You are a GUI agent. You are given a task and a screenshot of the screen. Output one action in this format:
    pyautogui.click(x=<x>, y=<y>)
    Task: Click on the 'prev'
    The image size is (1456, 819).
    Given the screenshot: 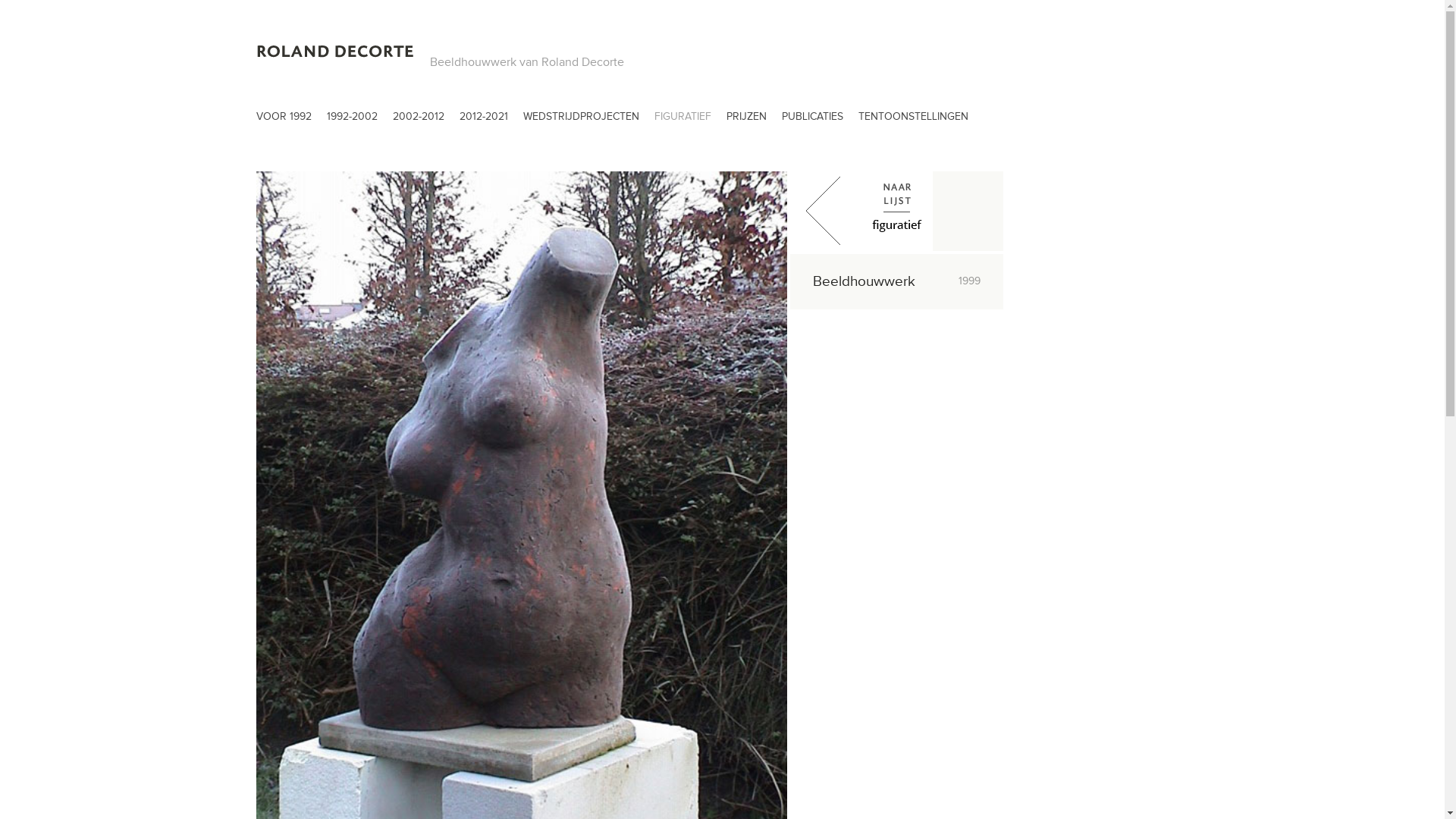 What is the action you would take?
    pyautogui.click(x=789, y=211)
    